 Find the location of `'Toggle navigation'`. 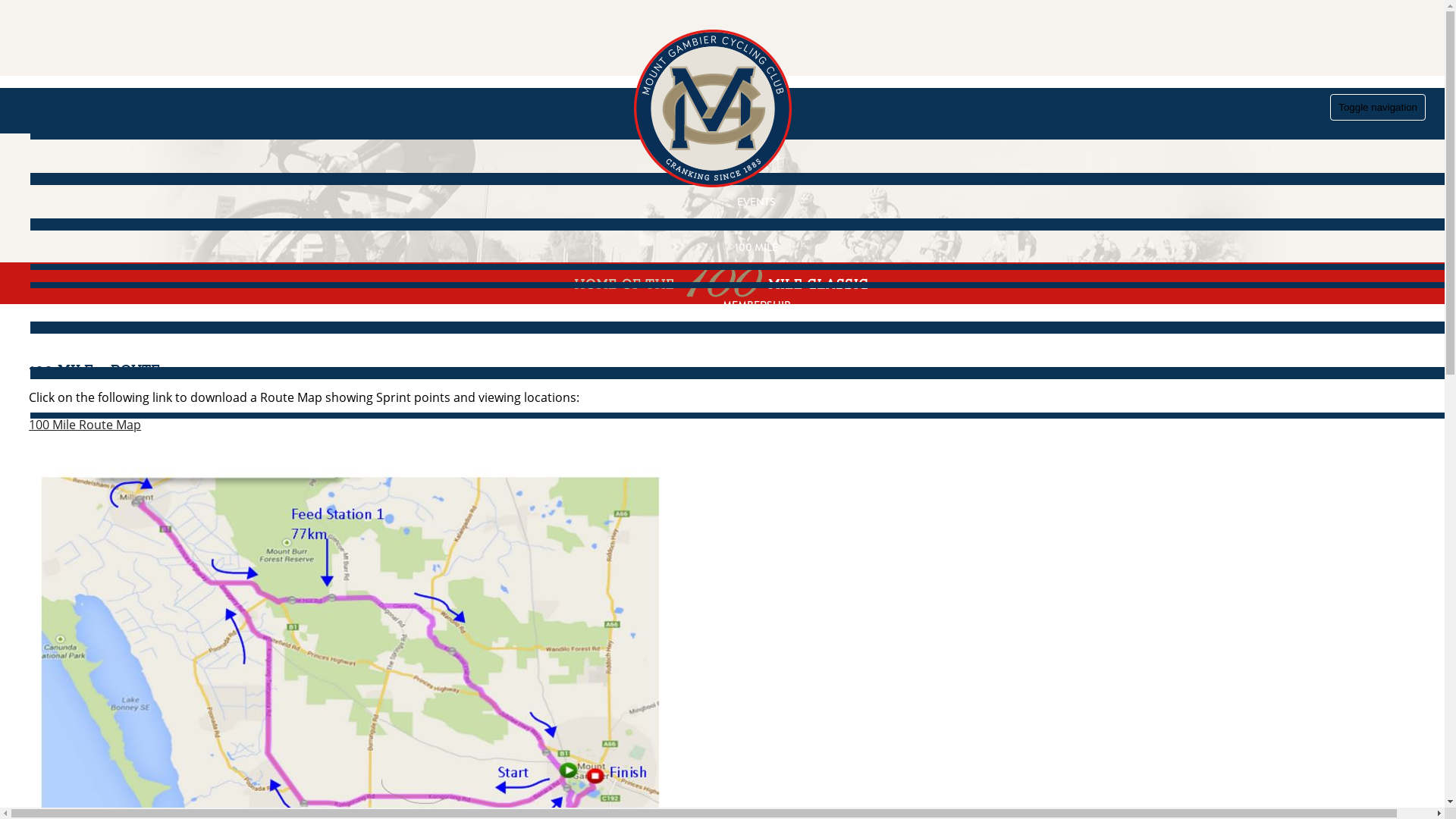

'Toggle navigation' is located at coordinates (1378, 106).